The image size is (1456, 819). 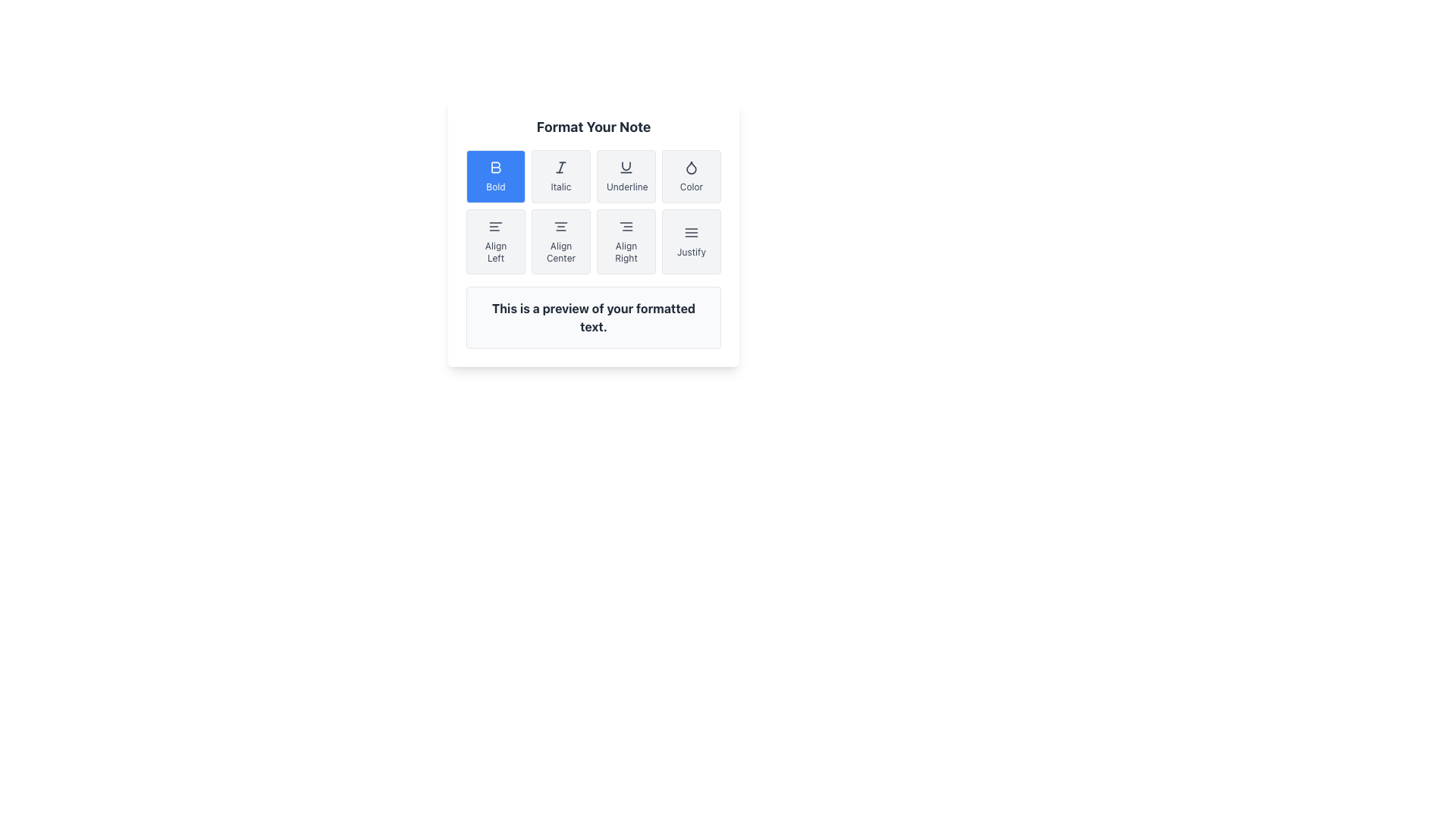 I want to click on the rightmost icon in the 'Justify' button group under the 'Format Your Note' section, so click(x=691, y=233).